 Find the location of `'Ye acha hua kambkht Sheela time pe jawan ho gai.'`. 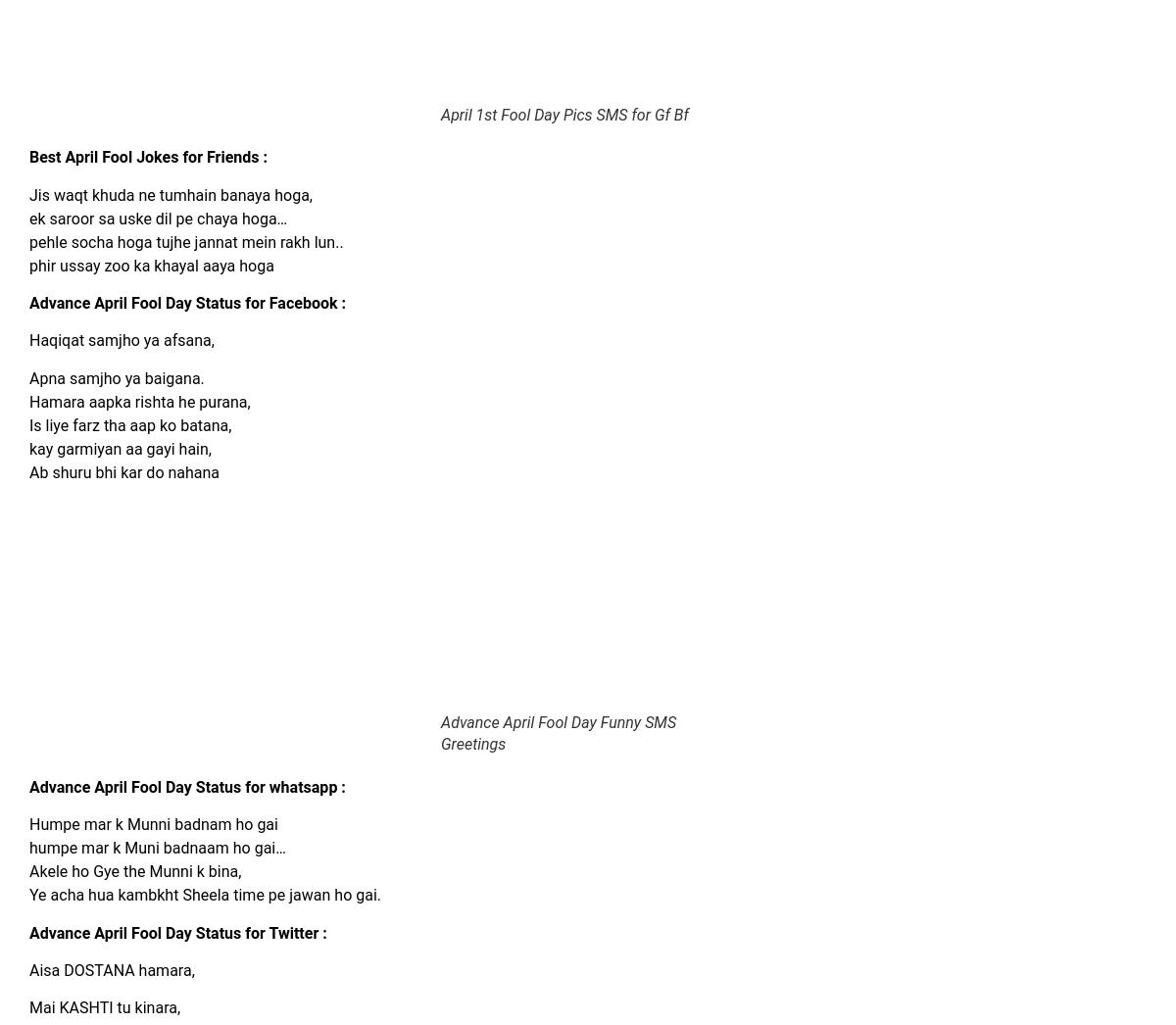

'Ye acha hua kambkht Sheela time pe jawan ho gai.' is located at coordinates (204, 895).